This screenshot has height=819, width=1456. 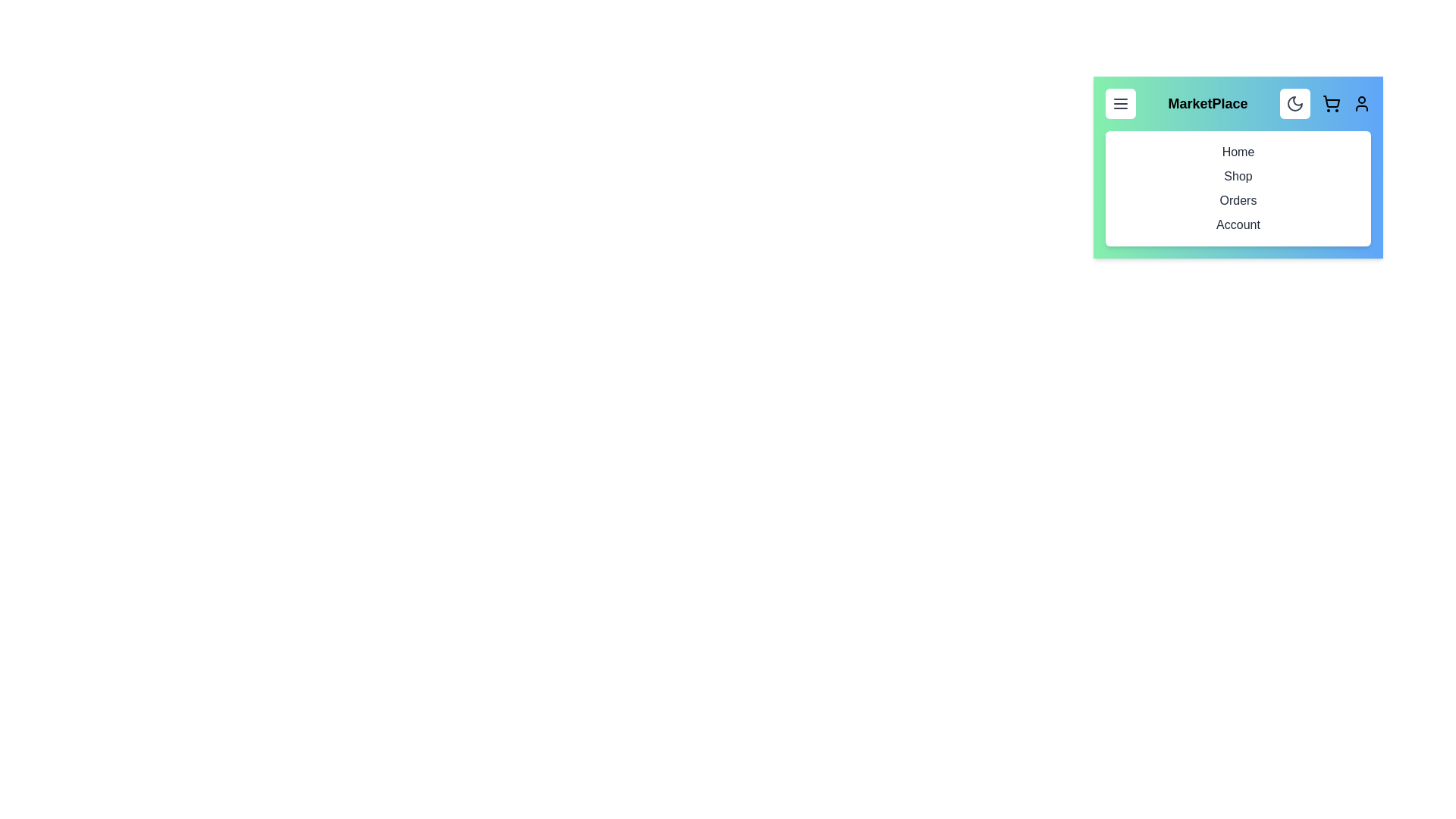 I want to click on the menu item corresponding to Shop, so click(x=1238, y=175).